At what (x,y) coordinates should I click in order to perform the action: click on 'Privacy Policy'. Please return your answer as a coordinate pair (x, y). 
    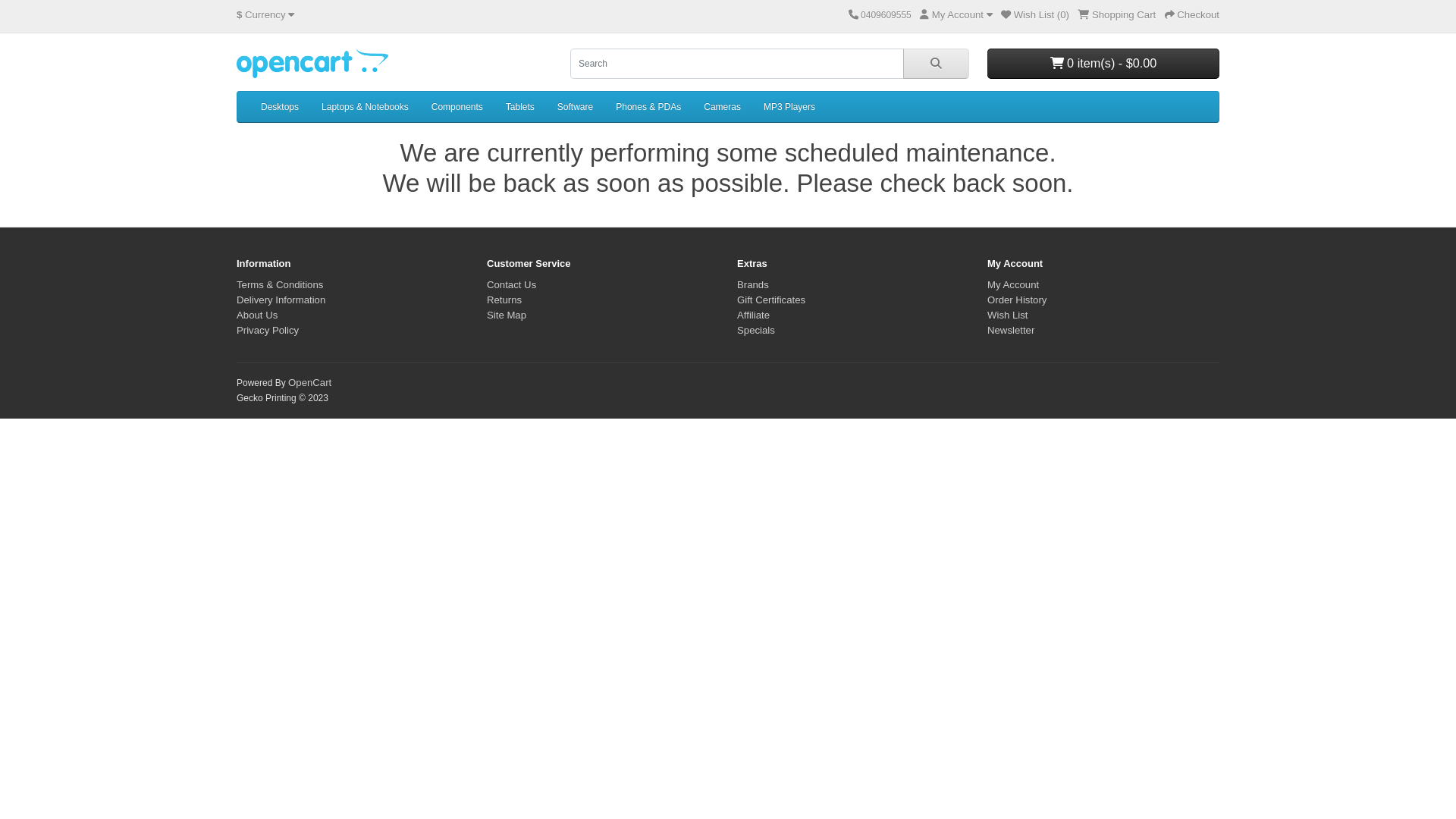
    Looking at the image, I should click on (268, 329).